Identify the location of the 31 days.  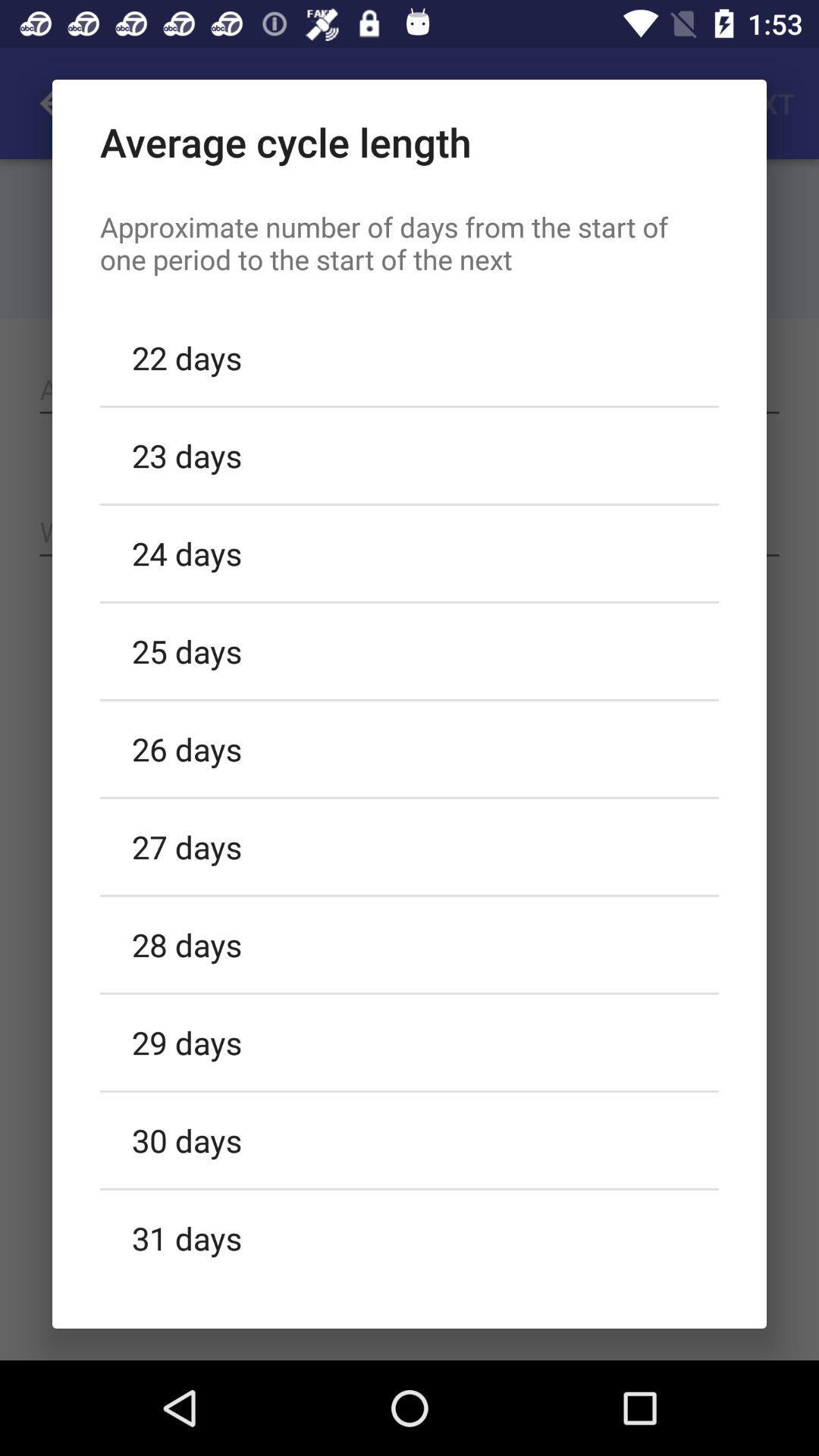
(409, 1235).